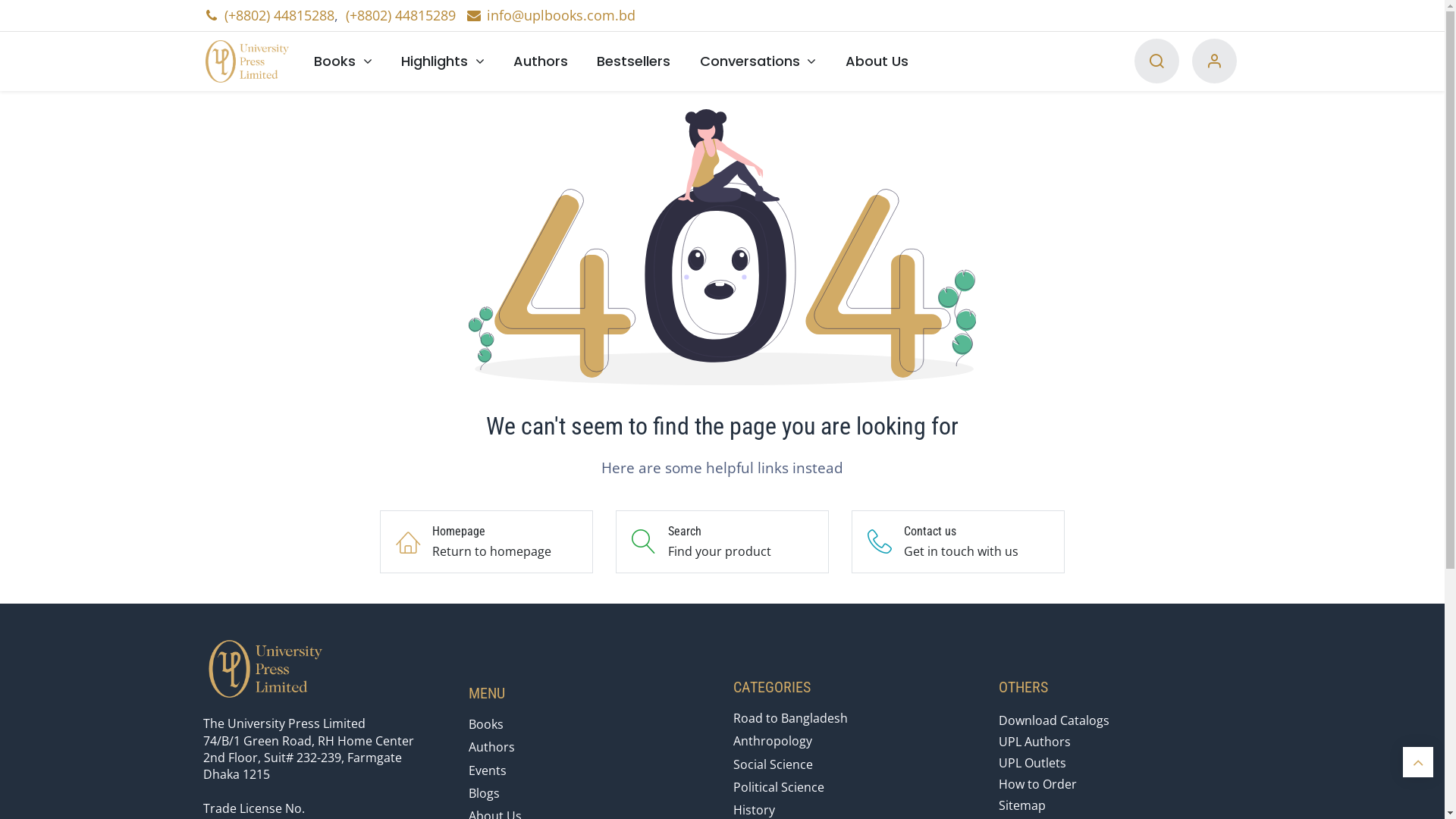 The width and height of the screenshot is (1456, 819). Describe the element at coordinates (733, 739) in the screenshot. I see `'Anthropology'` at that location.